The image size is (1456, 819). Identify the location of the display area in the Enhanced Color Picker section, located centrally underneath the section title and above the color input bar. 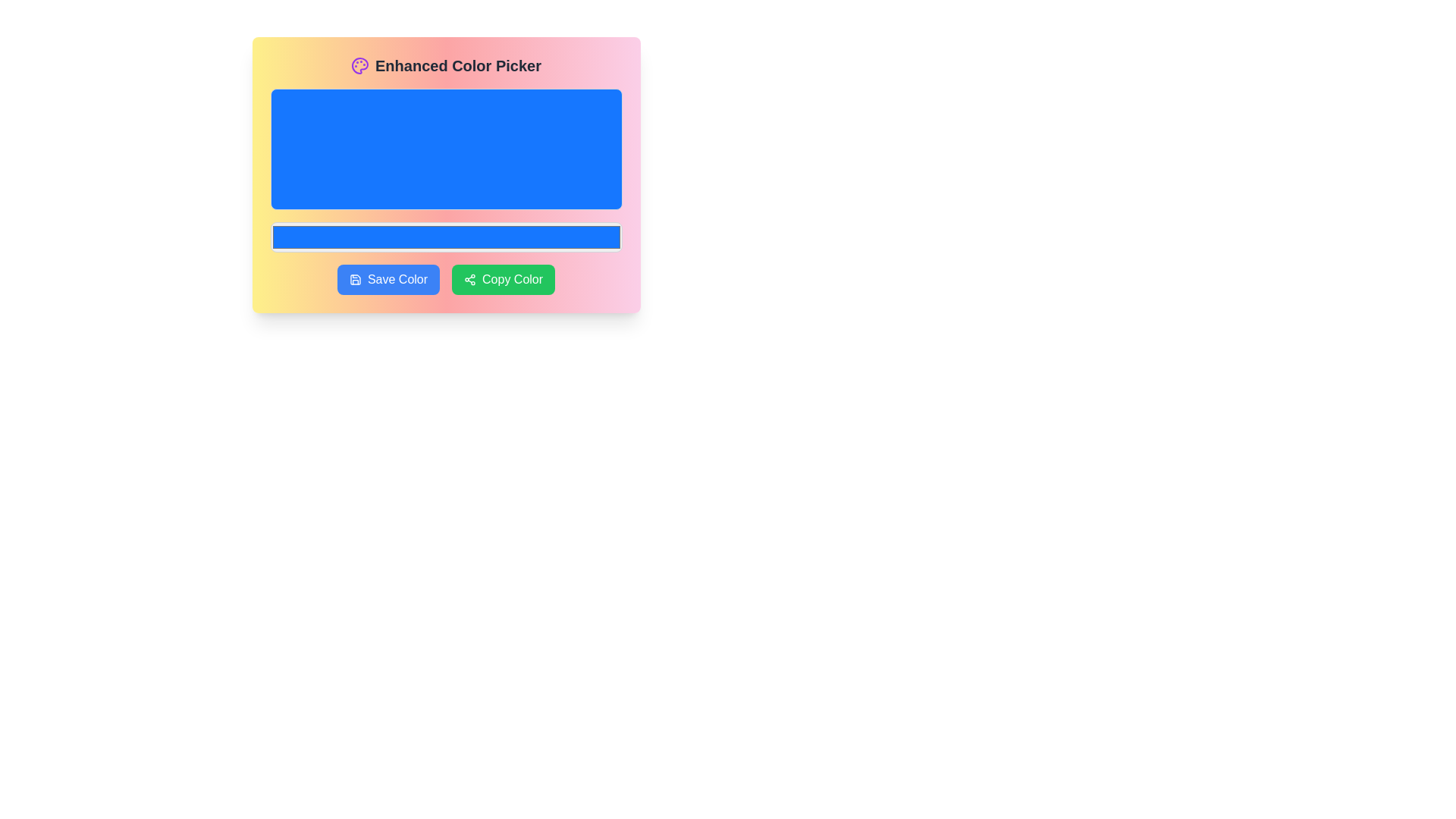
(445, 149).